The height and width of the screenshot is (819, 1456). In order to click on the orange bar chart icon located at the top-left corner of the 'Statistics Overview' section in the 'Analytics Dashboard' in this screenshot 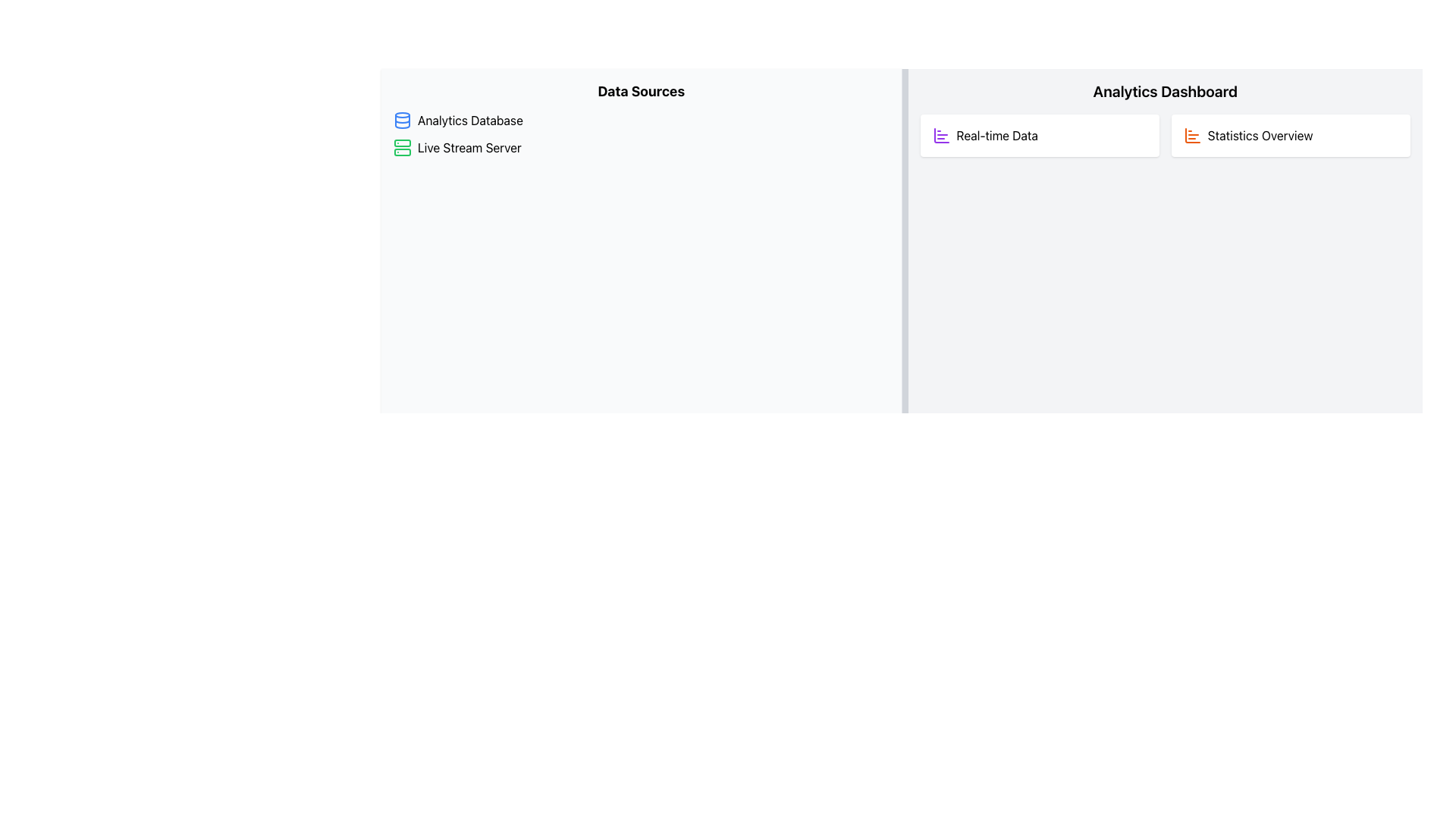, I will do `click(1191, 134)`.